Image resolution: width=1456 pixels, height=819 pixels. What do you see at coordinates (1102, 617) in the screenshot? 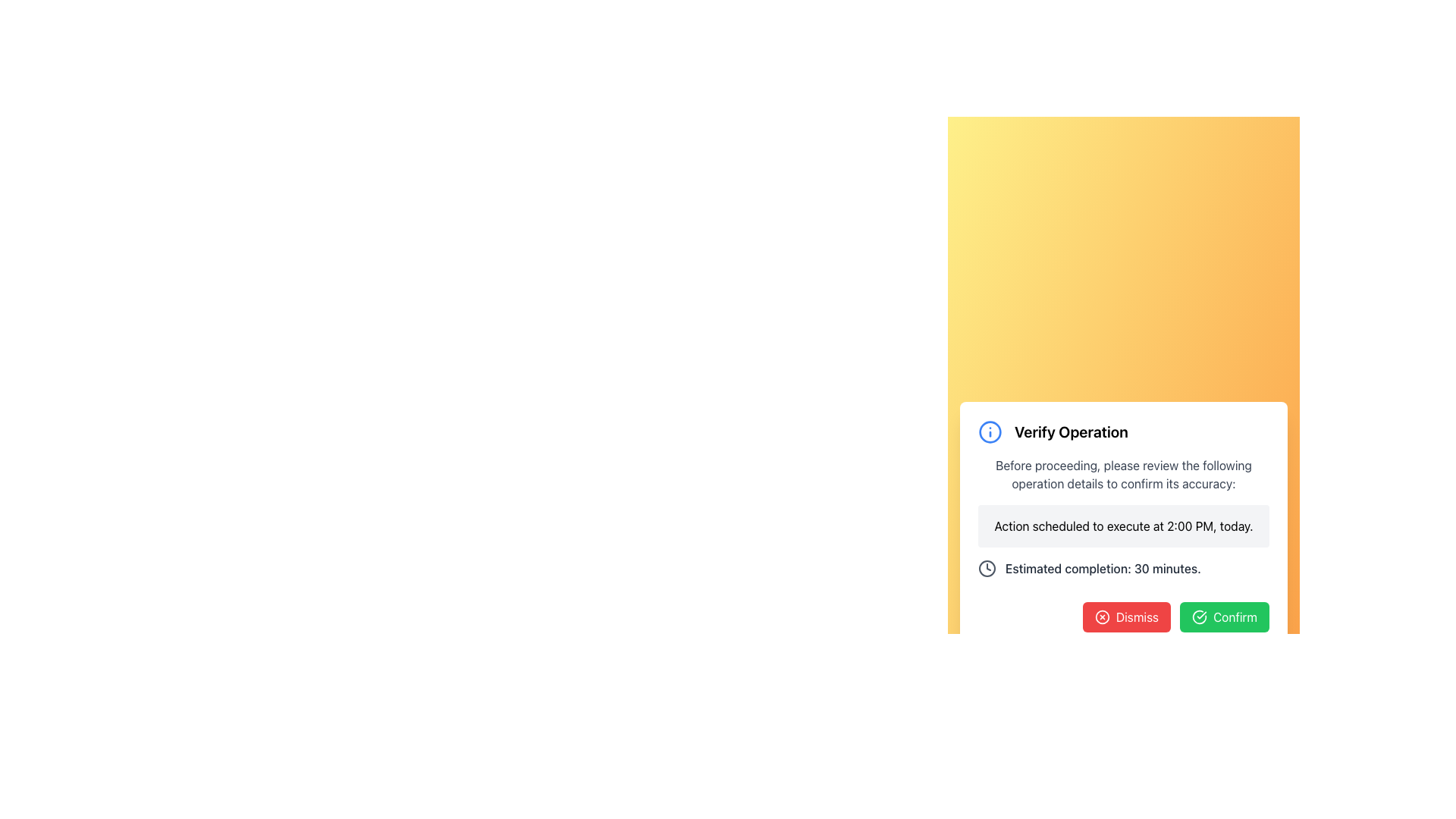
I see `the decorative Circle graphic located to the left of the 'Dismiss' button in the footer section below a confirmation message` at bounding box center [1102, 617].